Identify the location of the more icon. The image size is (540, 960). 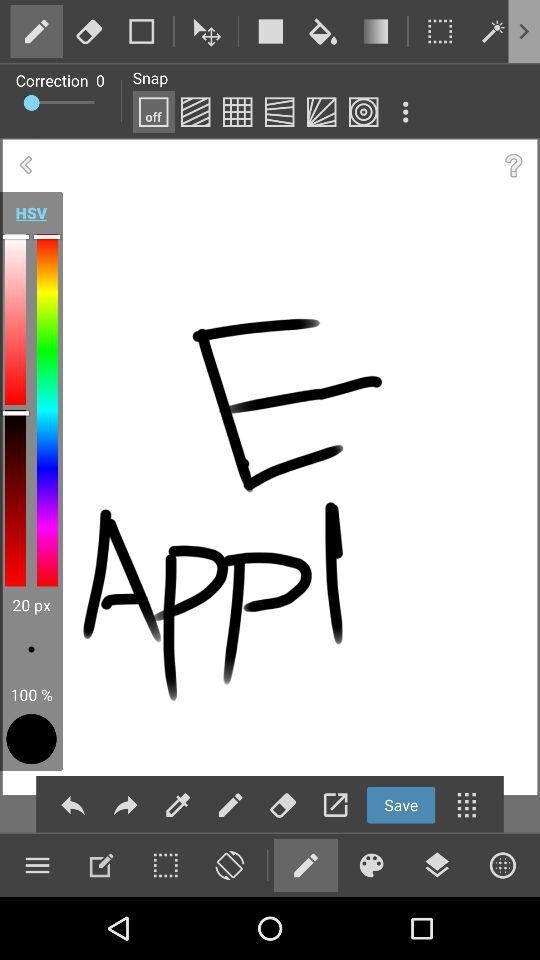
(164, 864).